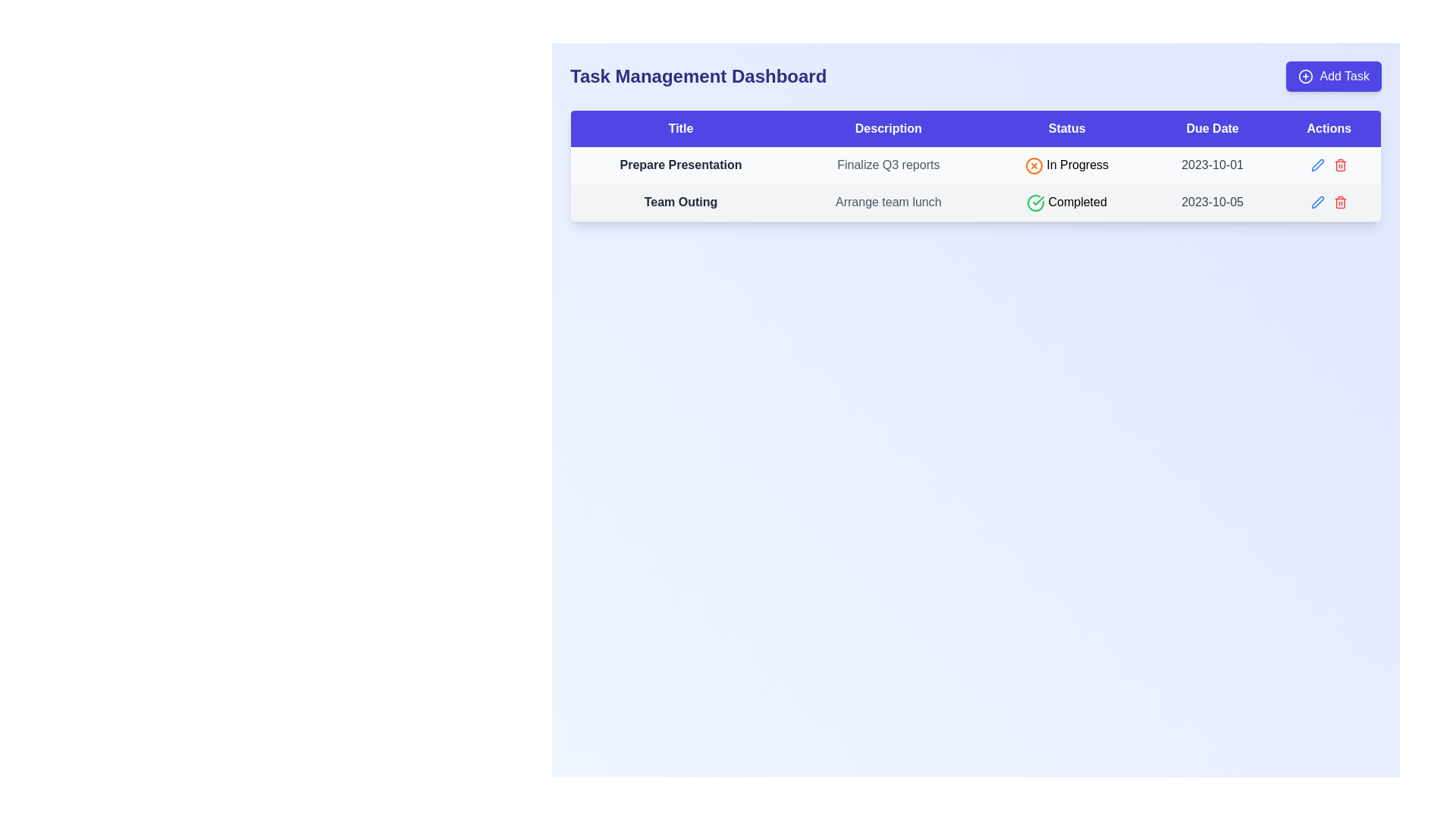  Describe the element at coordinates (1066, 165) in the screenshot. I see `the non-interactive text label displaying the status 'In Progress', which is located in the 'Status' column of the first row in the table, between the 'Description' and 'Due Date' columns` at that location.